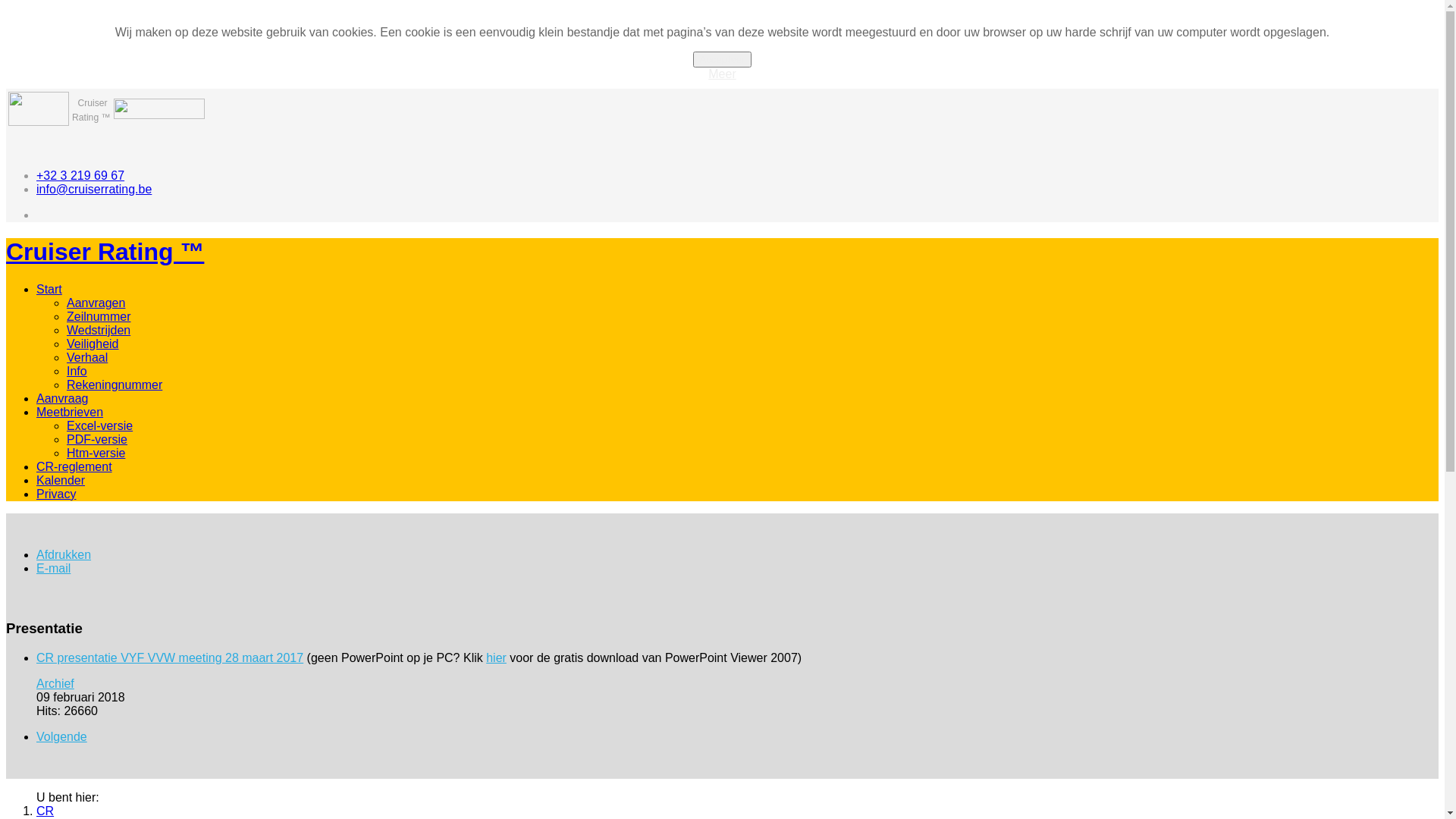 The height and width of the screenshot is (819, 1456). Describe the element at coordinates (55, 494) in the screenshot. I see `'Privacy'` at that location.